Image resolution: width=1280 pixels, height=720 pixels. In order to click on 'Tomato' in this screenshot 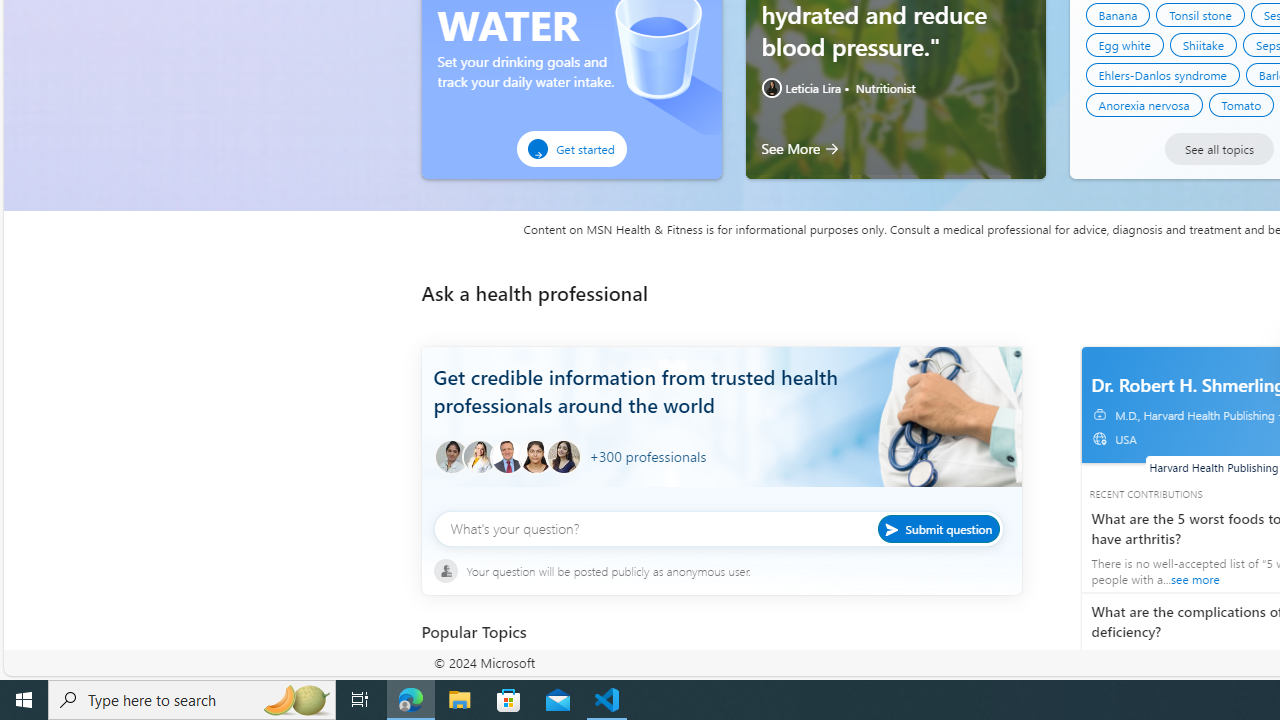, I will do `click(1240, 104)`.